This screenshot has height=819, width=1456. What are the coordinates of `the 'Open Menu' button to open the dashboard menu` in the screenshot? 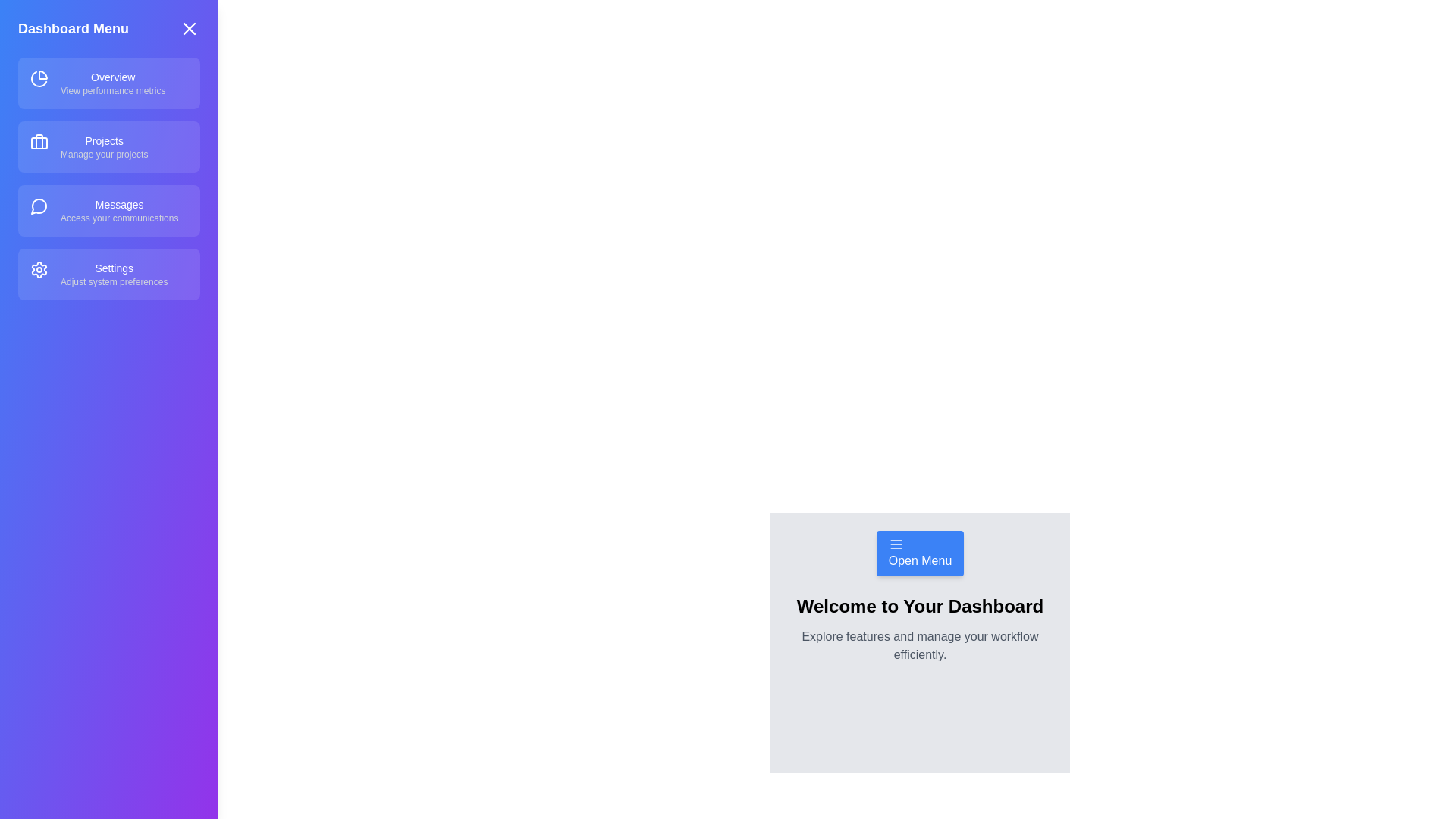 It's located at (919, 553).